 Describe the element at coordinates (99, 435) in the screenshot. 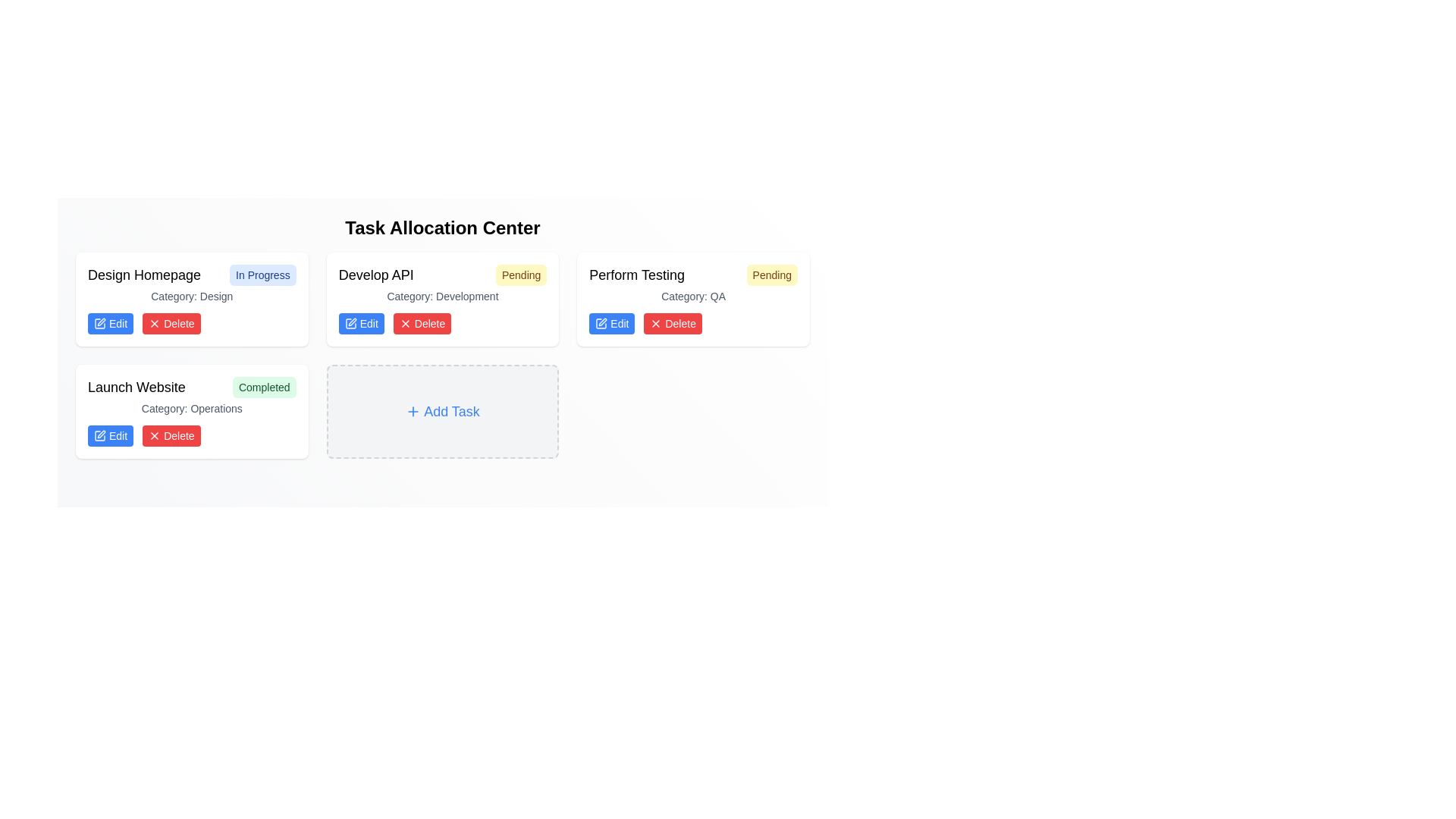

I see `the edit icon located inside the 'Edit' button below the 'Launch Website' task card in the bottom-left corner of the interface` at that location.